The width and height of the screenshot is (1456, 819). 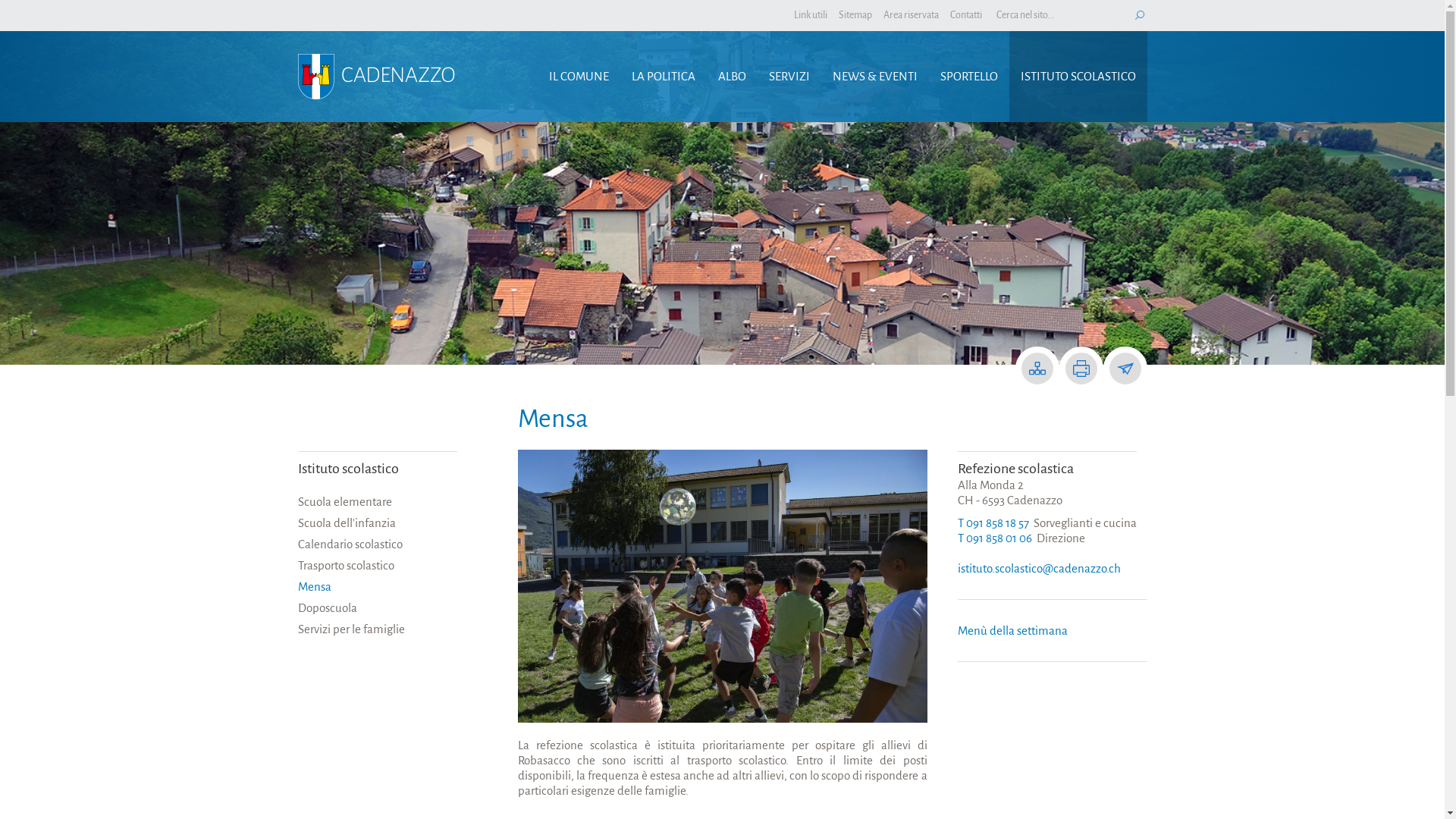 What do you see at coordinates (577, 76) in the screenshot?
I see `'IL COMUNE'` at bounding box center [577, 76].